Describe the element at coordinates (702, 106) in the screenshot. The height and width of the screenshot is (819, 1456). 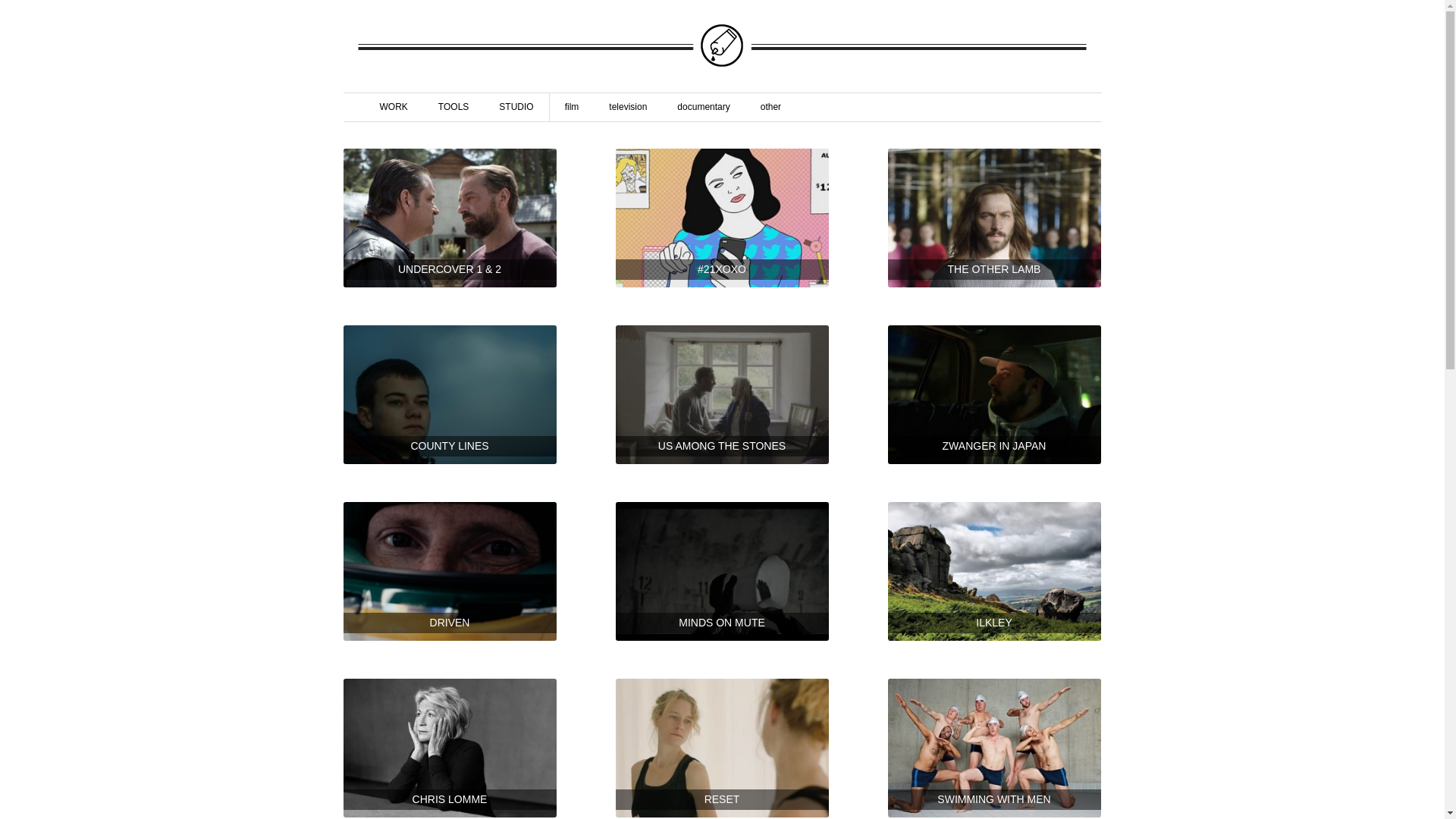
I see `'documentary'` at that location.